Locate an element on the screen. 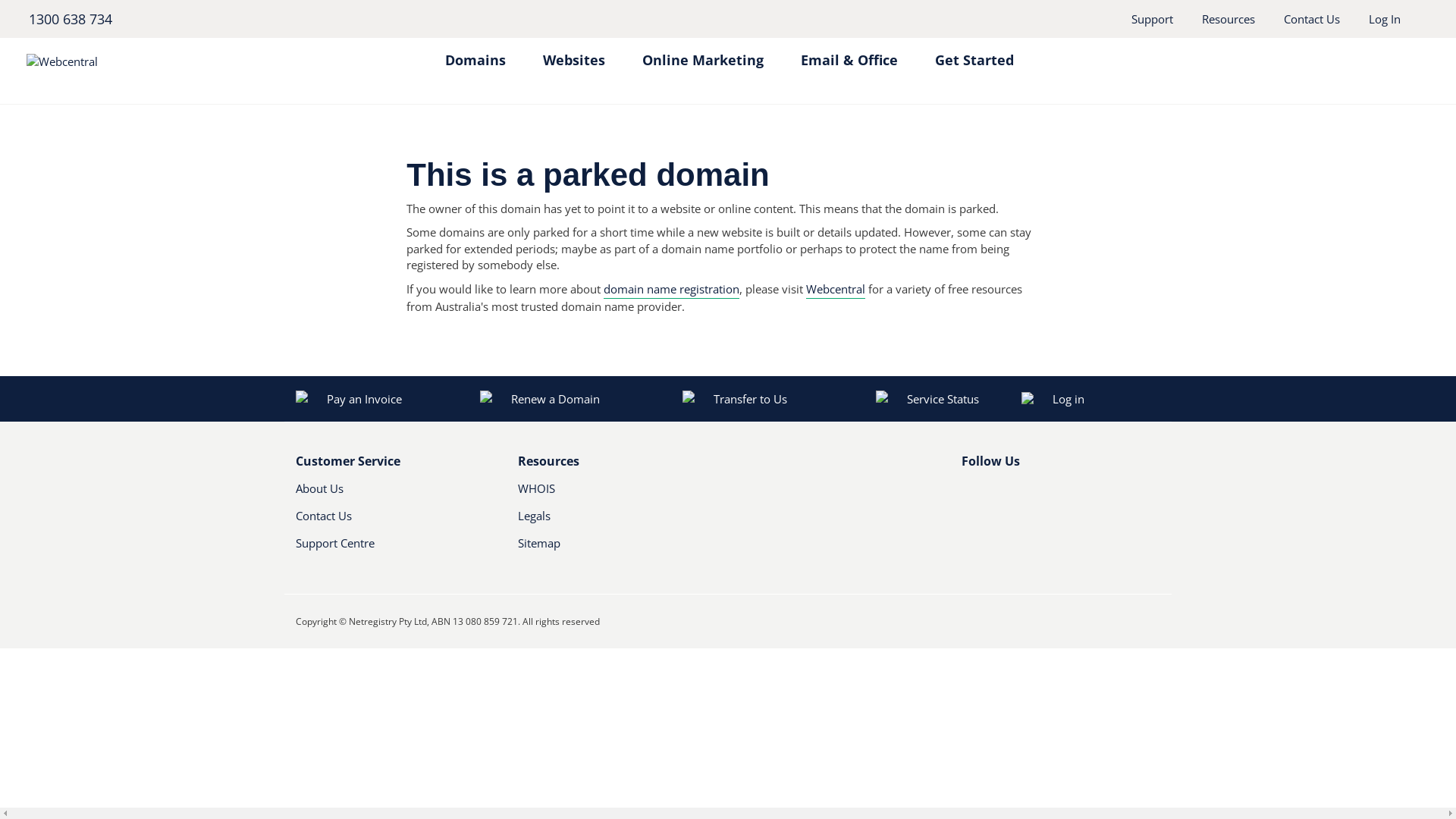 The width and height of the screenshot is (1456, 819). 'Renew a Domain' is located at coordinates (541, 397).